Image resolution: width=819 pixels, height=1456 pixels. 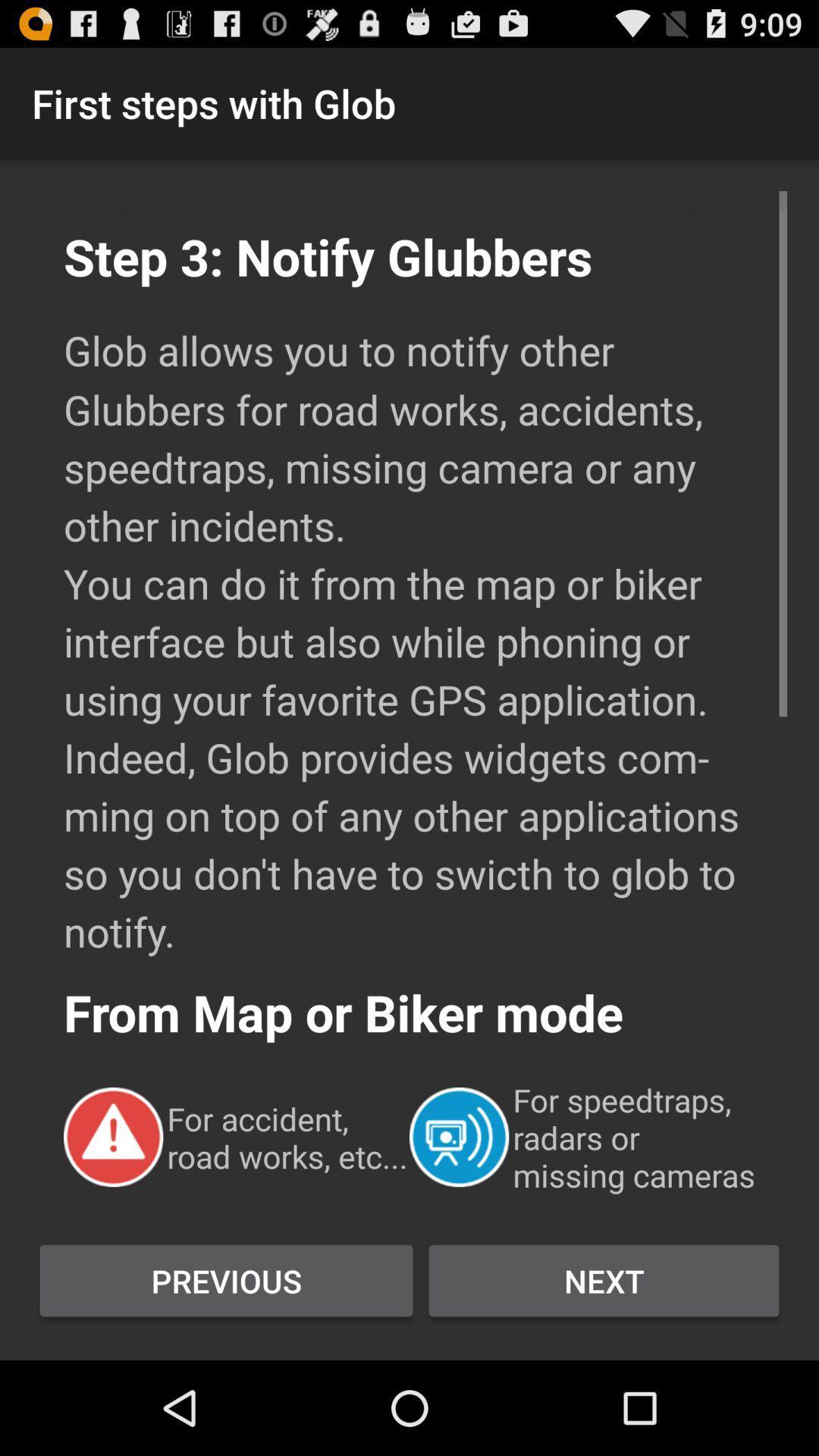 I want to click on button next to previous item, so click(x=603, y=1280).